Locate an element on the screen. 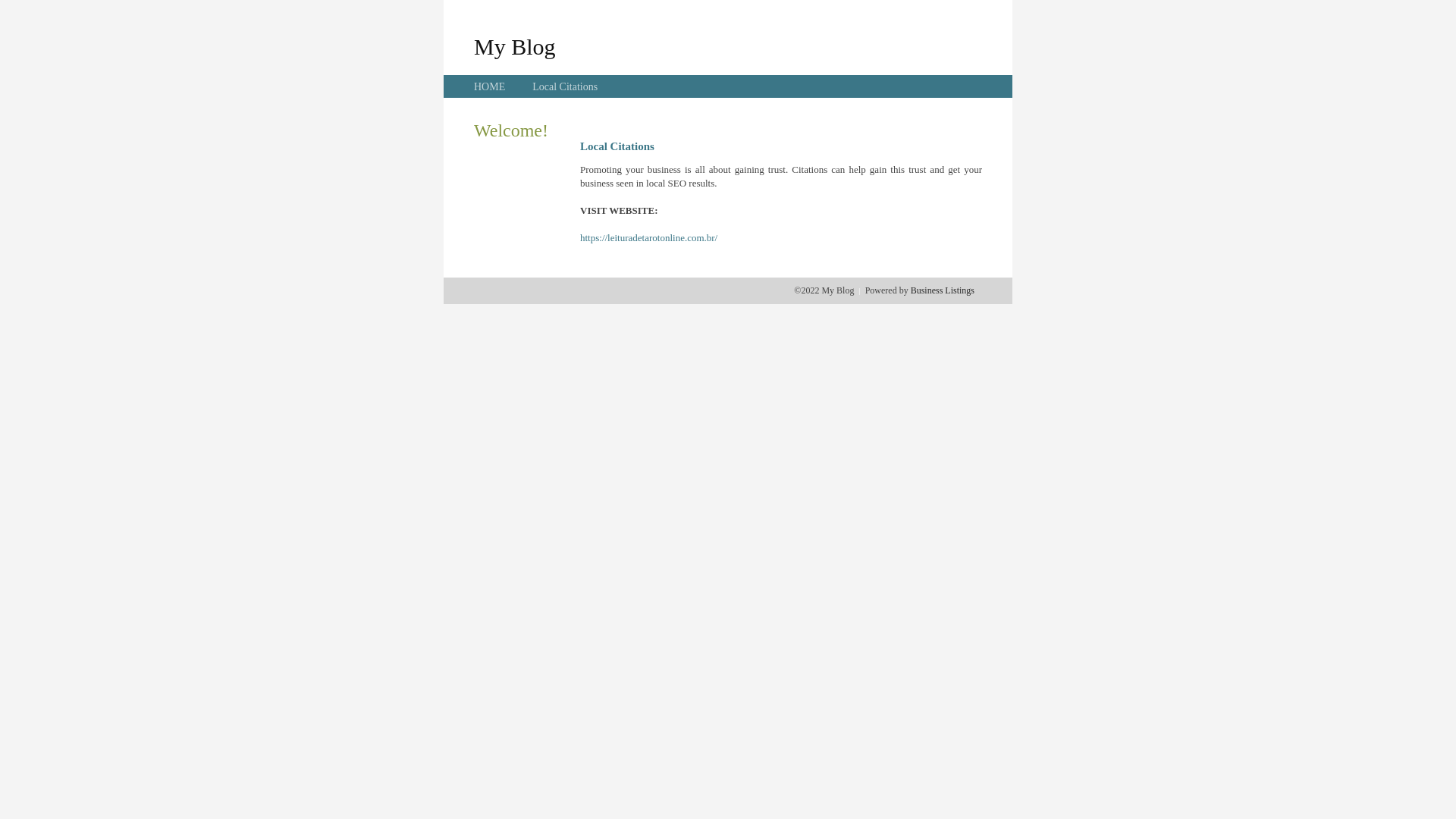 Image resolution: width=1456 pixels, height=819 pixels. 'Business Listings' is located at coordinates (942, 290).